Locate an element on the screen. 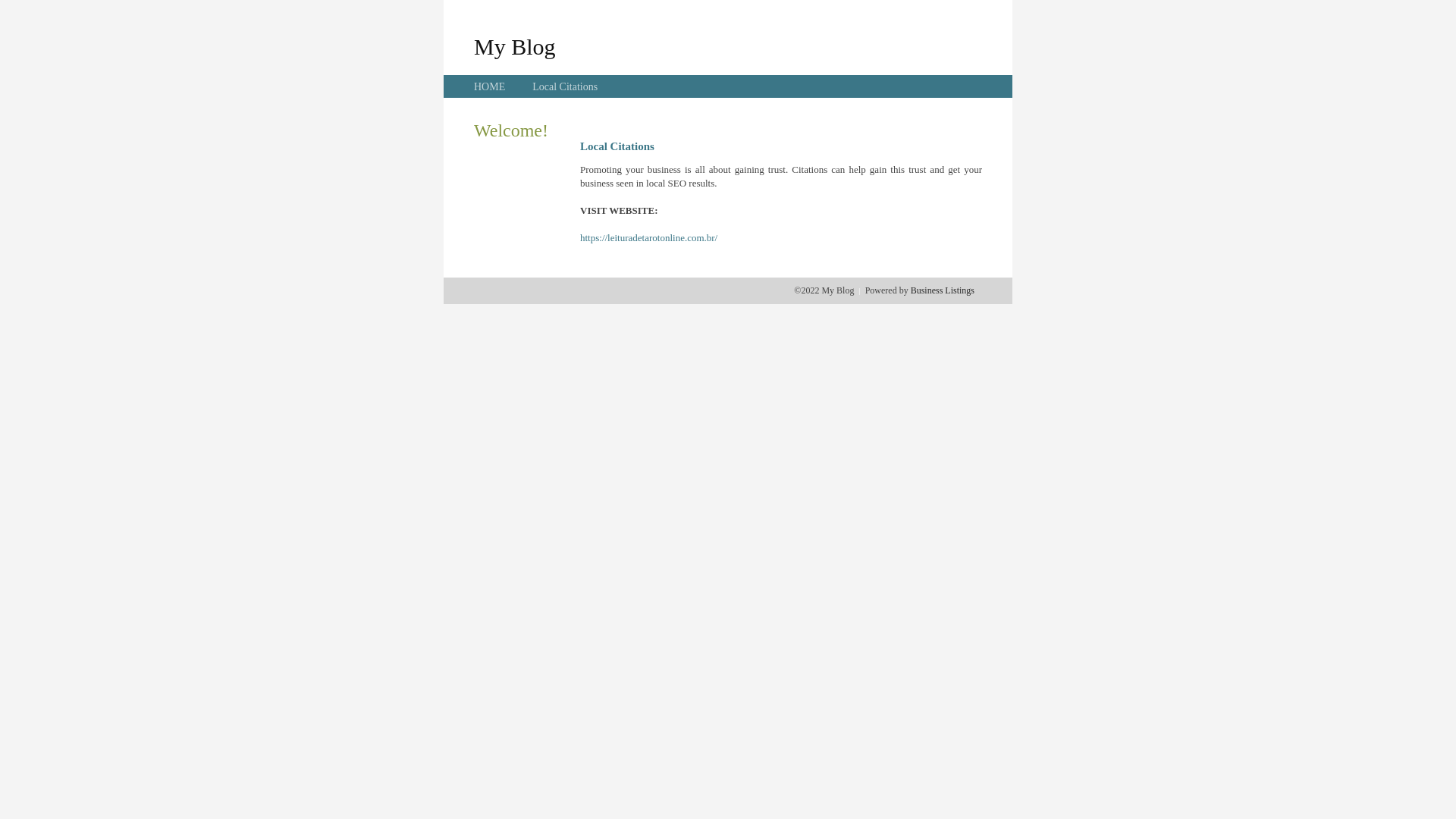 Image resolution: width=1456 pixels, height=819 pixels. 'Business Listings' is located at coordinates (942, 290).